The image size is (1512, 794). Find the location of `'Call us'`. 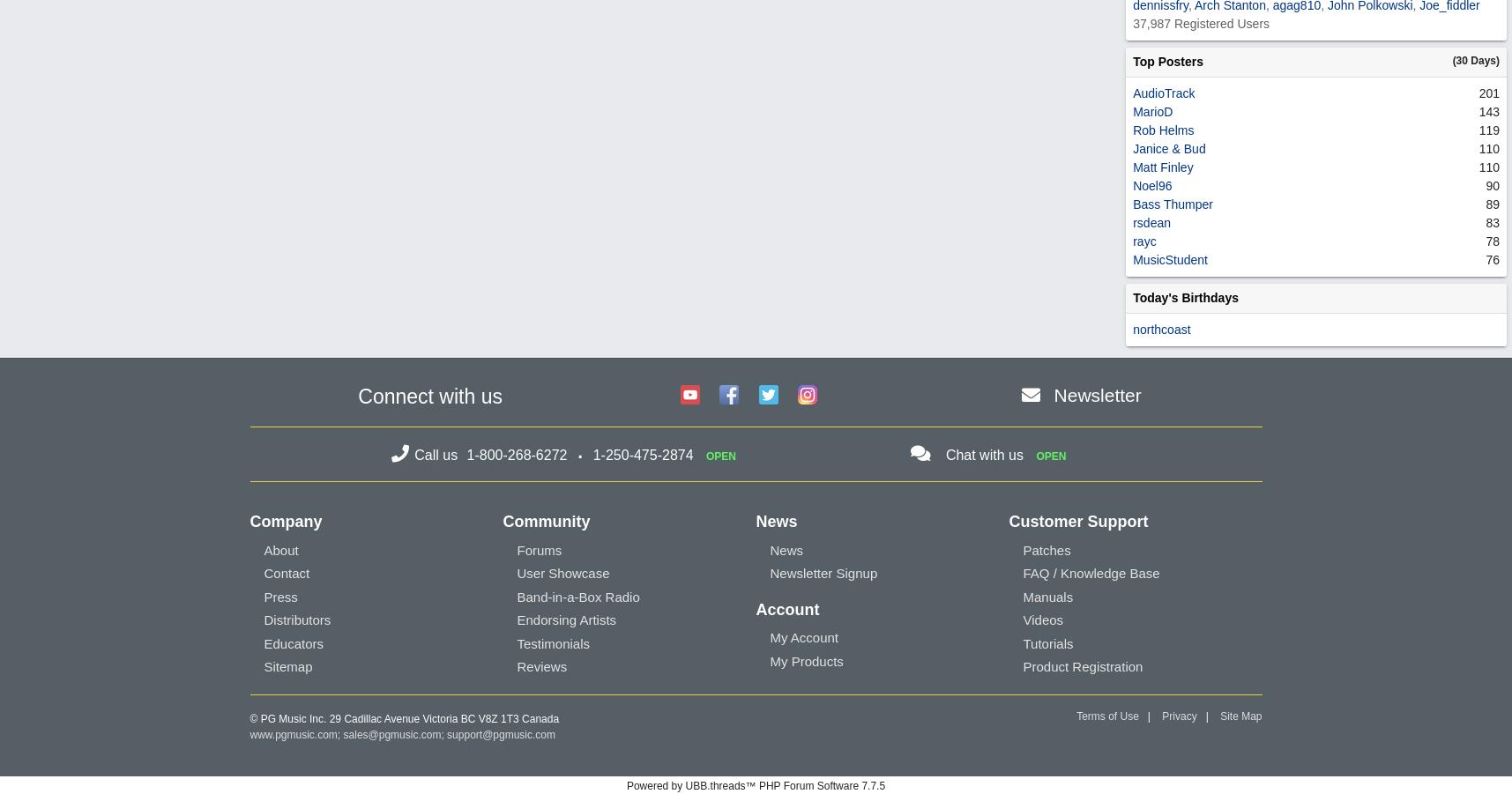

'Call us' is located at coordinates (436, 454).